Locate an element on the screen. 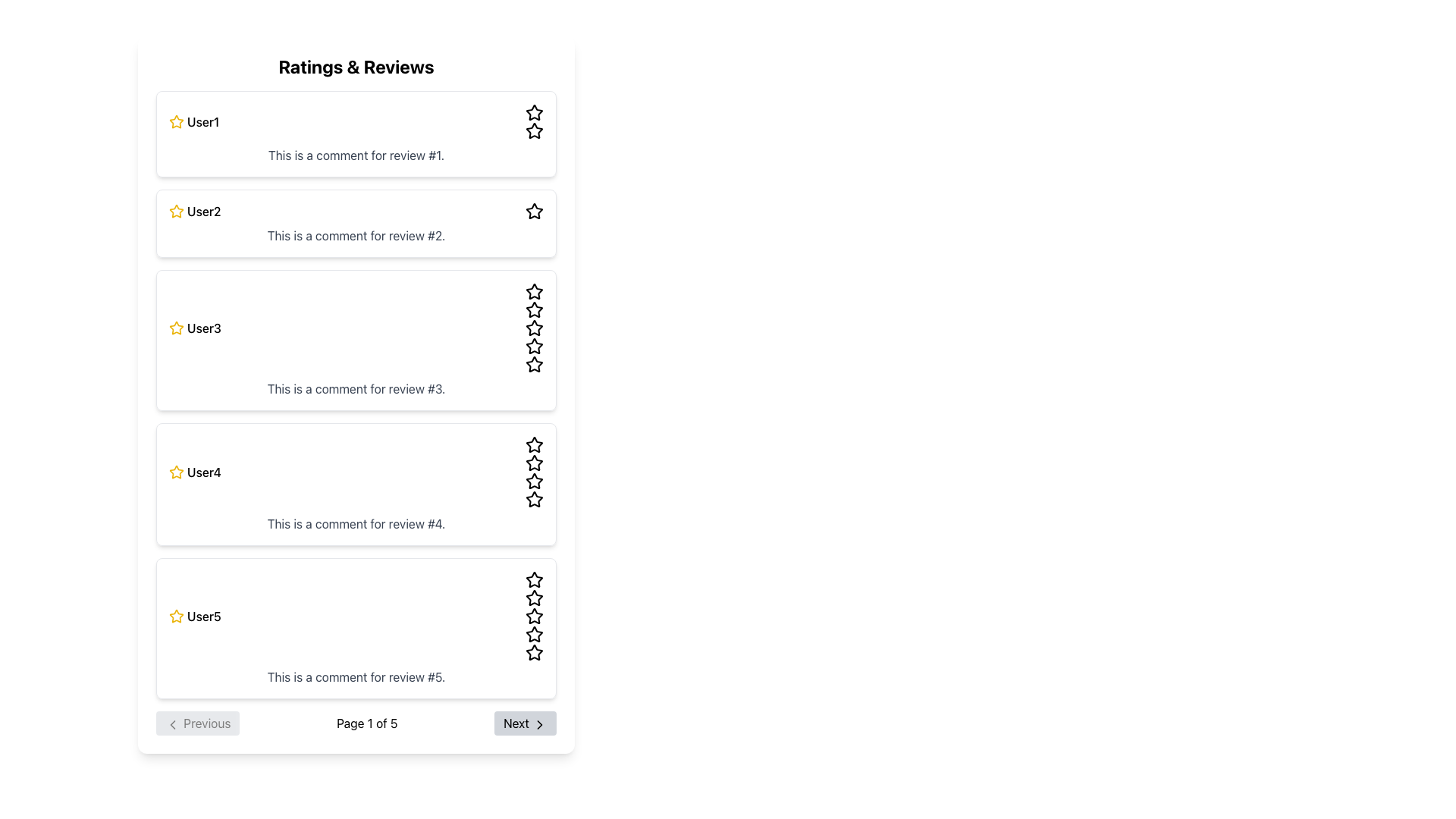 This screenshot has height=819, width=1456. the second interactive star icon next to User3's review text to give a rating is located at coordinates (535, 309).